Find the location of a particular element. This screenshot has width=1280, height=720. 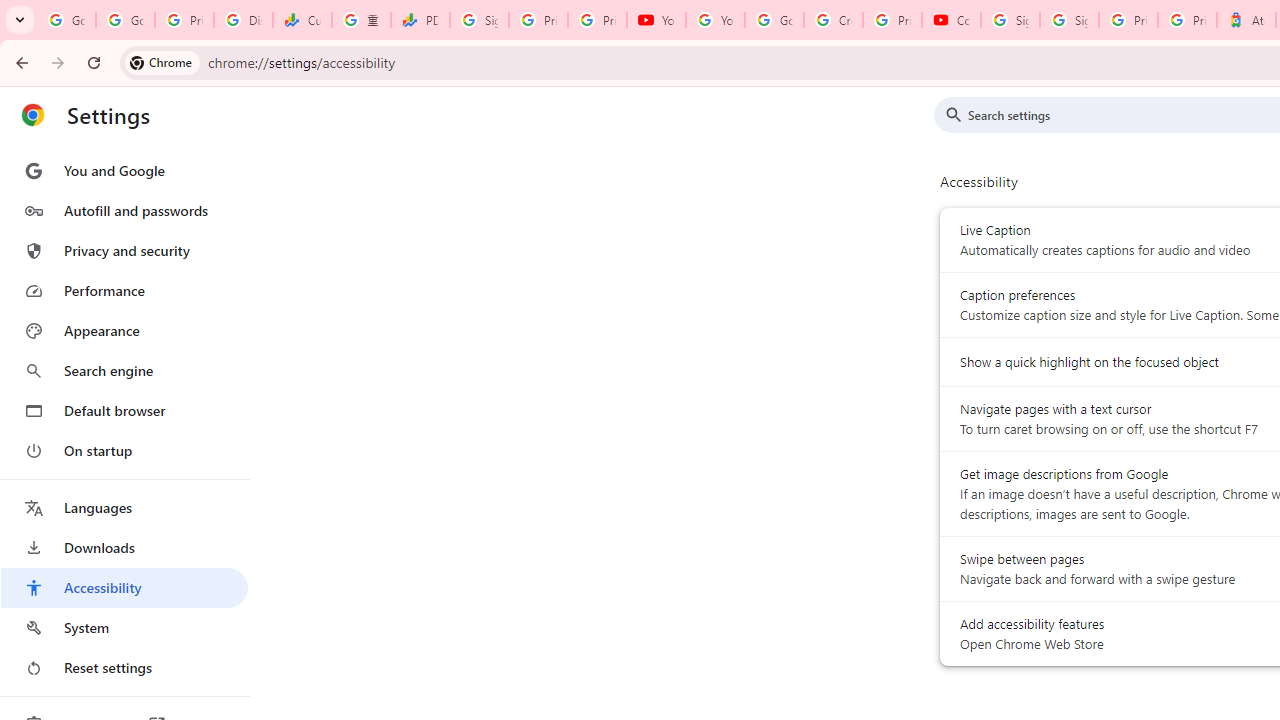

'YouTube' is located at coordinates (656, 20).